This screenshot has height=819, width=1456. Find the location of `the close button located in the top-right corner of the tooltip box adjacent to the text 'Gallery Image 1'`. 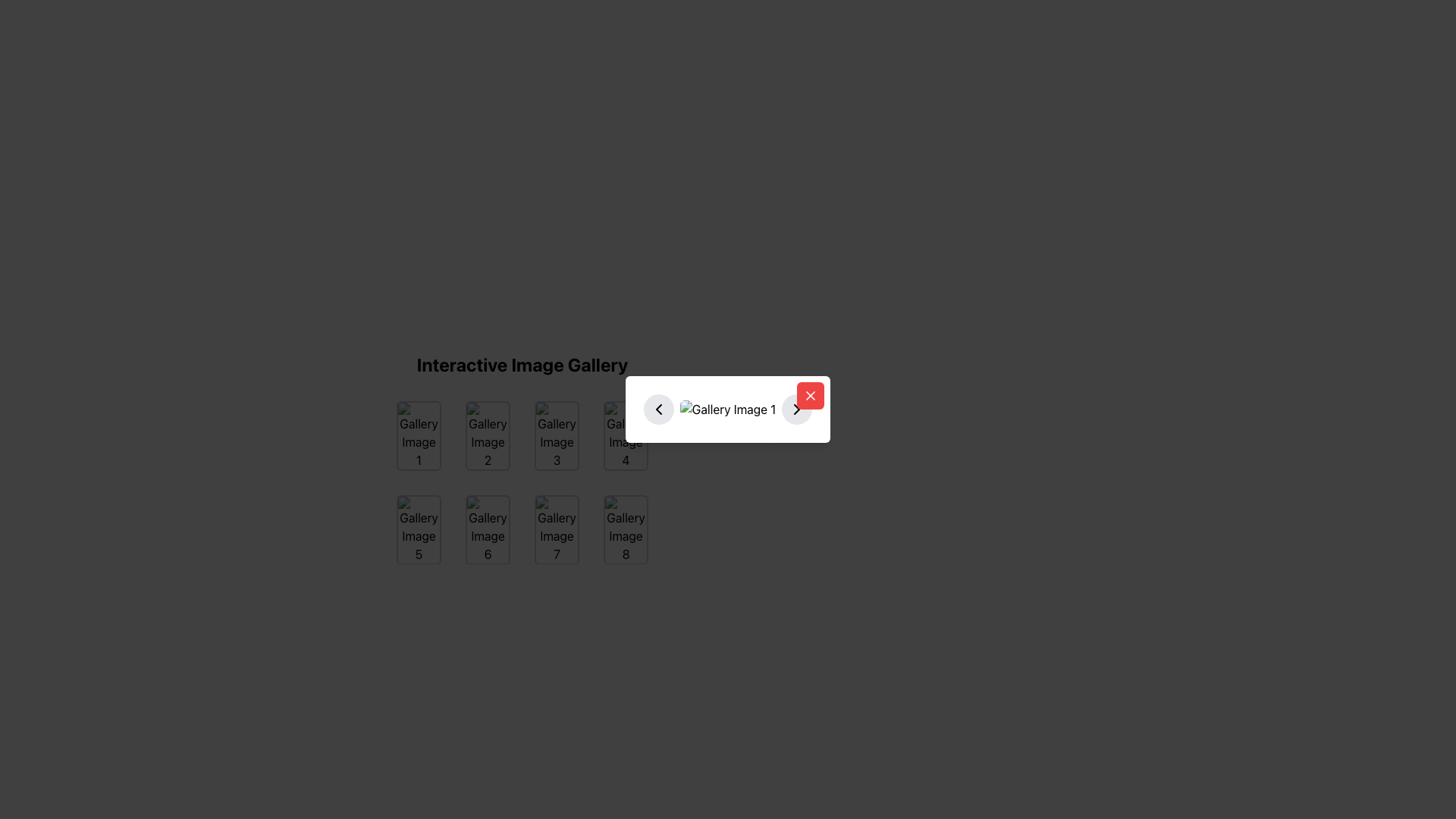

the close button located in the top-right corner of the tooltip box adjacent to the text 'Gallery Image 1' is located at coordinates (810, 394).